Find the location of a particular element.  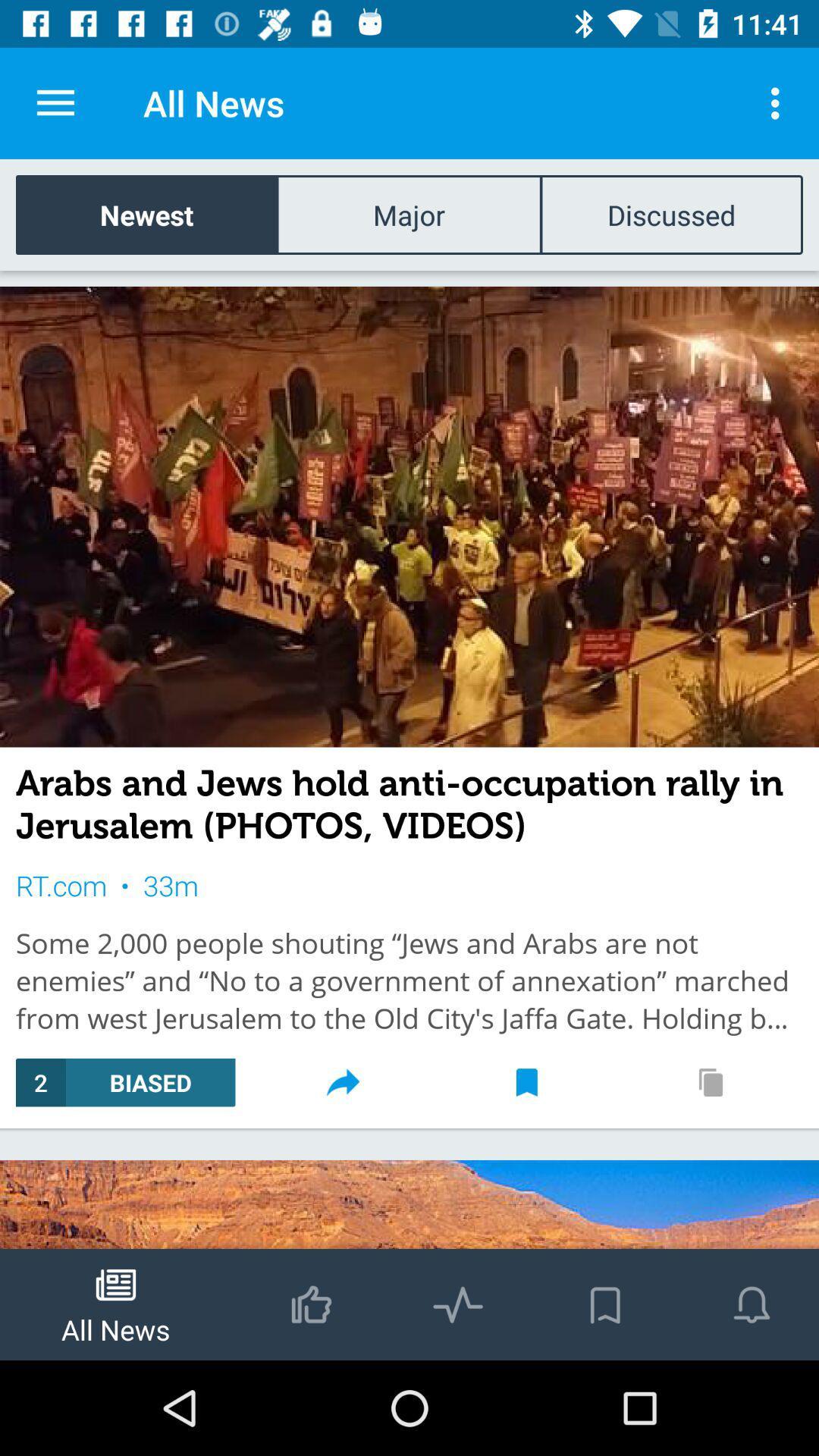

icon to the left of the discussed is located at coordinates (408, 214).